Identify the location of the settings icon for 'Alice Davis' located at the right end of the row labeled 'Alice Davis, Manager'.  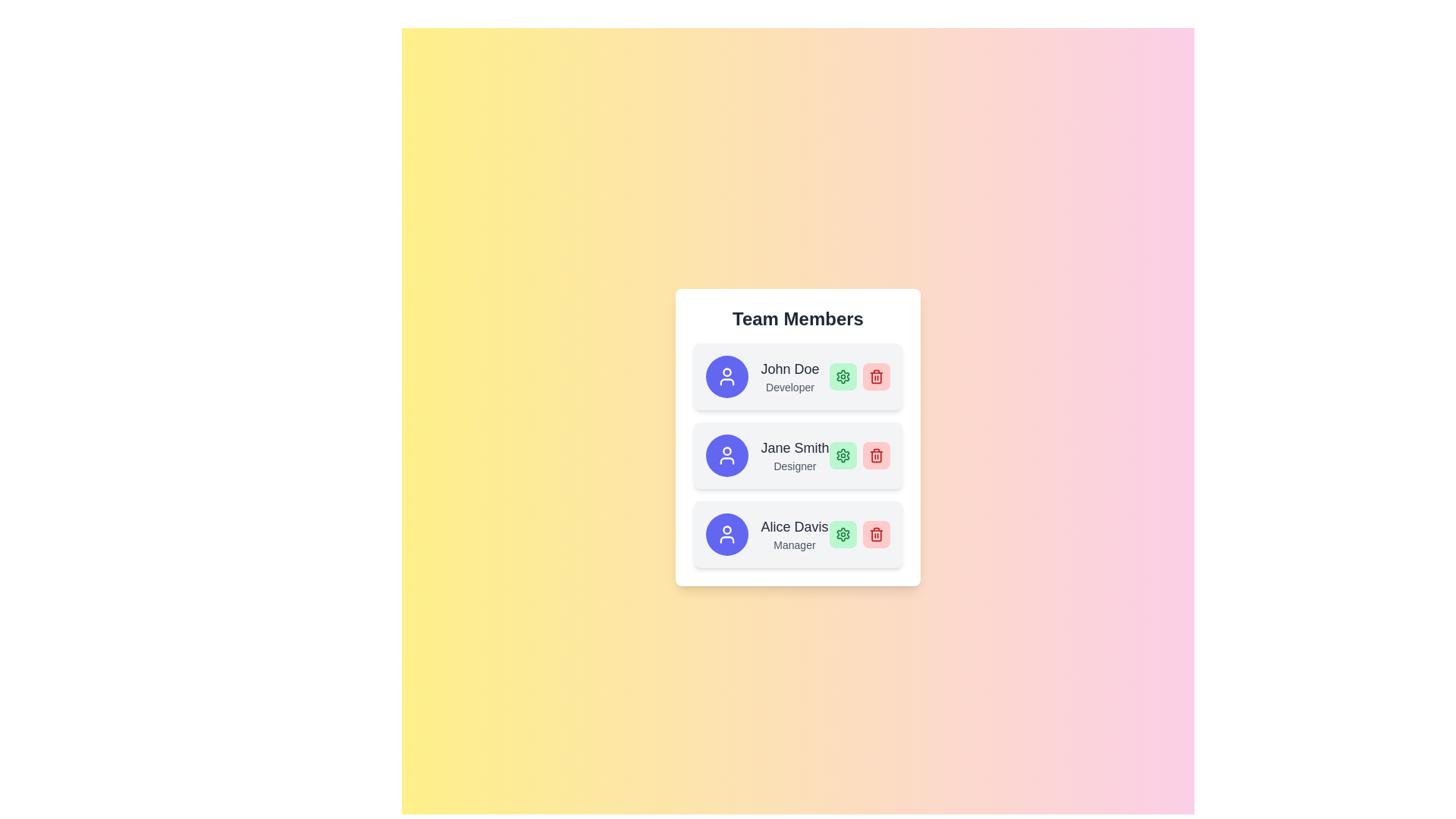
(842, 534).